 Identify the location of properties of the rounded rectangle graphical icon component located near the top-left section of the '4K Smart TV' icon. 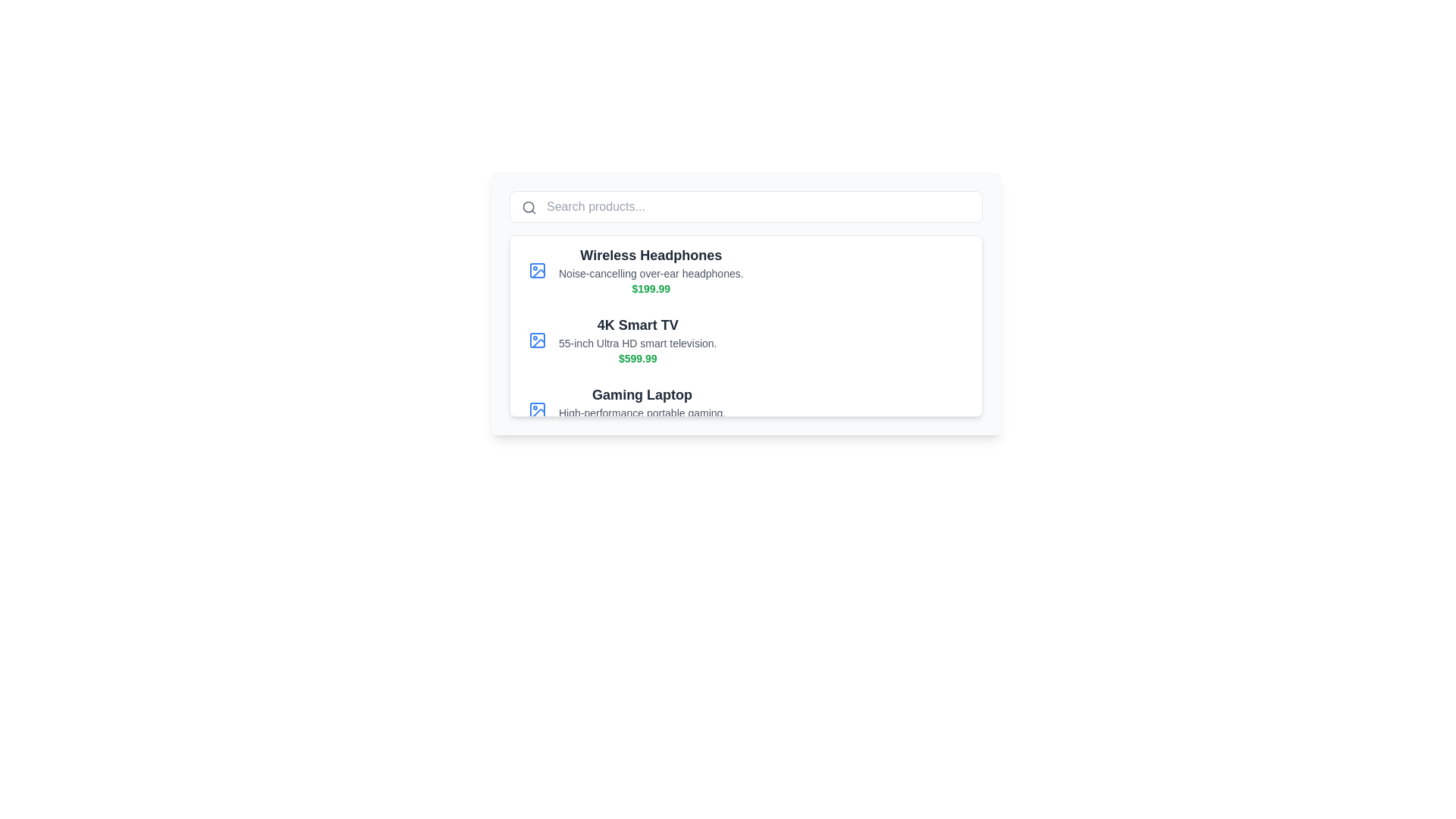
(538, 339).